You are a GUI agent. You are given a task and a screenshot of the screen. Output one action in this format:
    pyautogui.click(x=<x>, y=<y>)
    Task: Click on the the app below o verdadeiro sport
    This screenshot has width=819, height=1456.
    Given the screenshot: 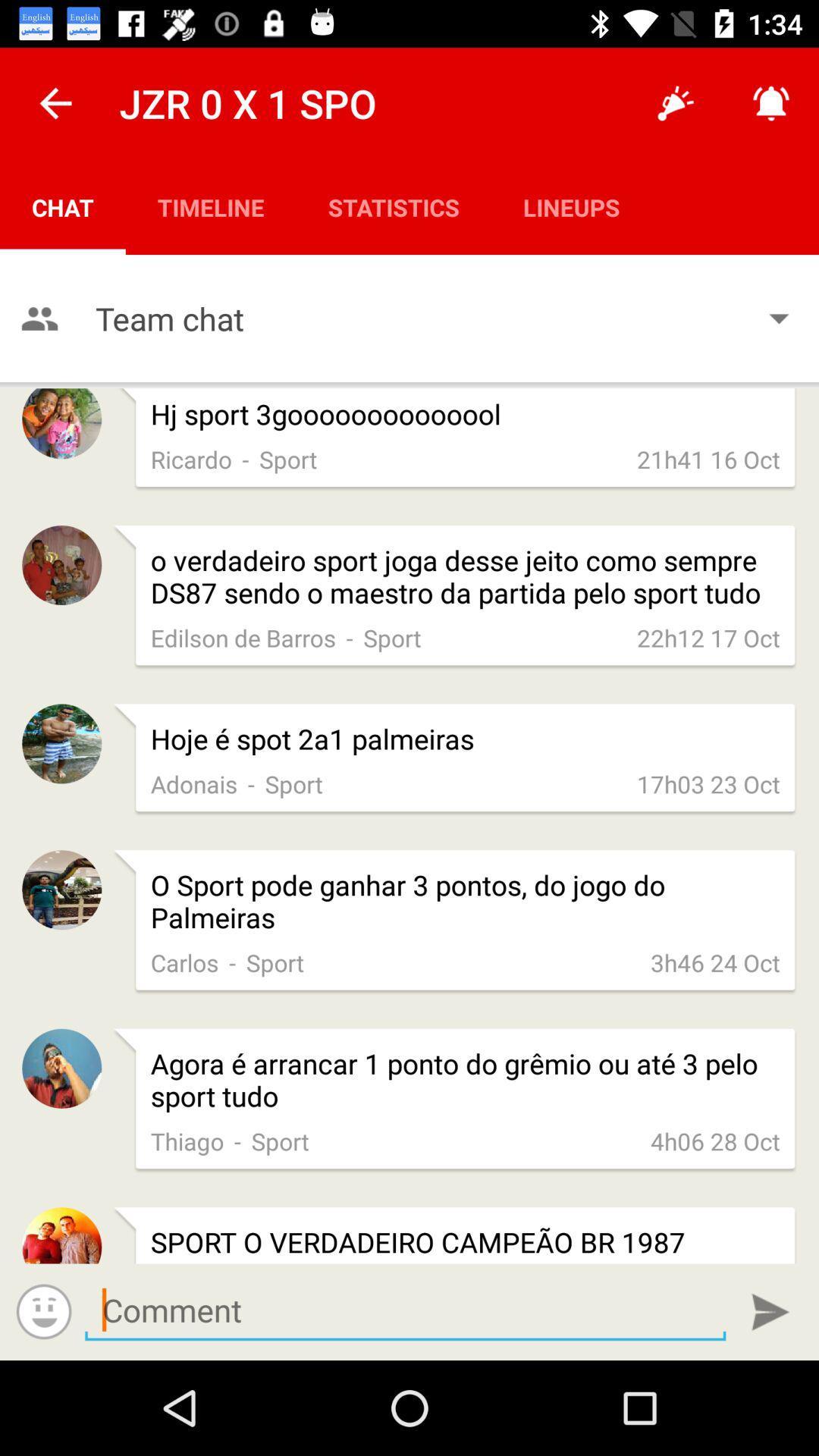 What is the action you would take?
    pyautogui.click(x=708, y=638)
    